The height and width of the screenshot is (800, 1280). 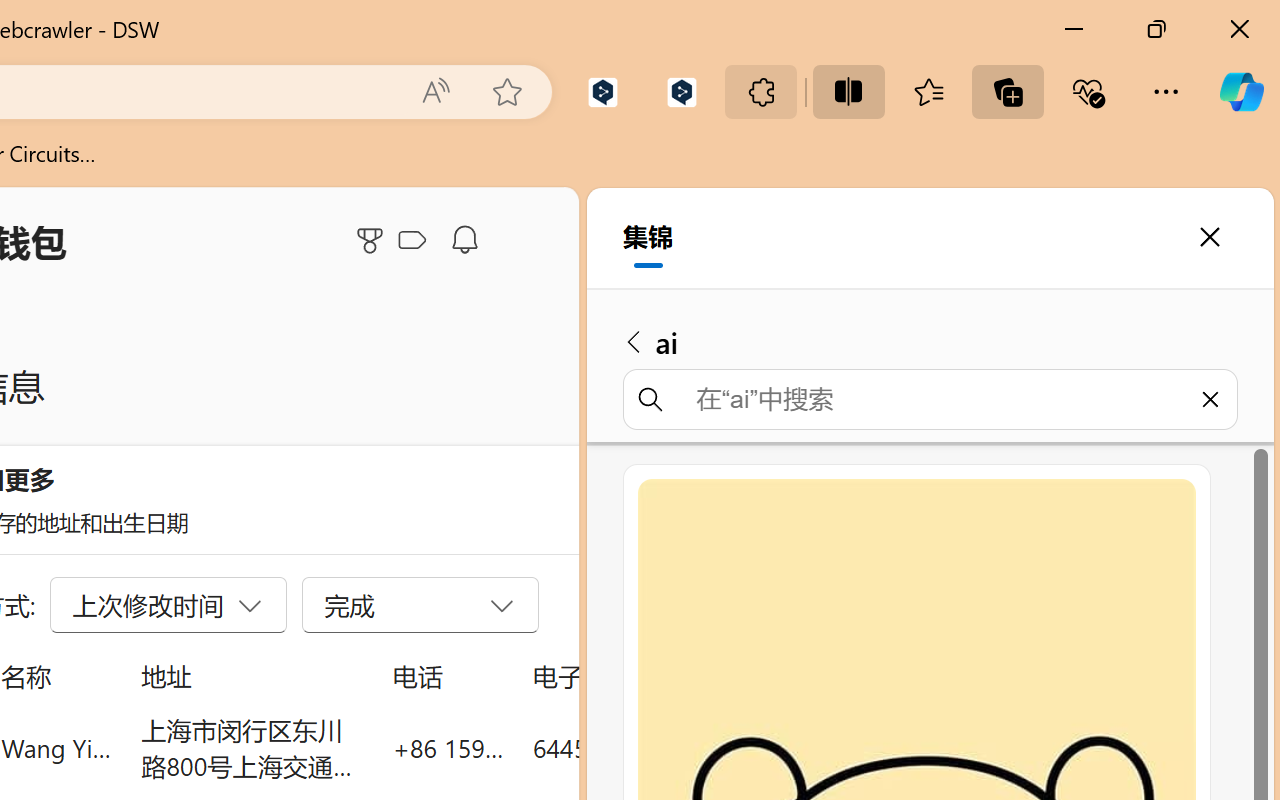 I want to click on 'Microsoft Cashback', so click(x=415, y=240).